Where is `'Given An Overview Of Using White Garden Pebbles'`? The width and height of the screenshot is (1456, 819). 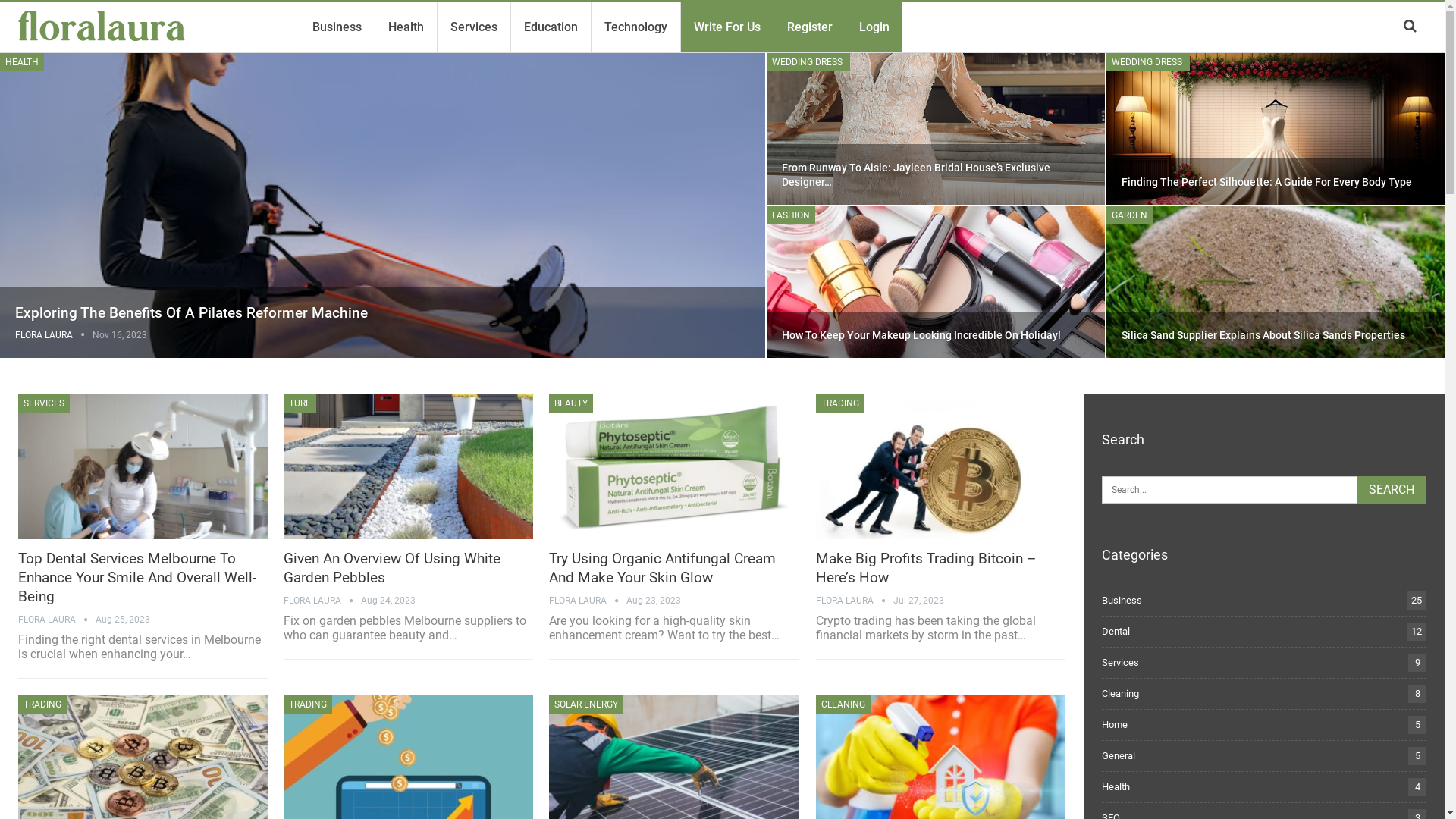 'Given An Overview Of Using White Garden Pebbles' is located at coordinates (392, 567).